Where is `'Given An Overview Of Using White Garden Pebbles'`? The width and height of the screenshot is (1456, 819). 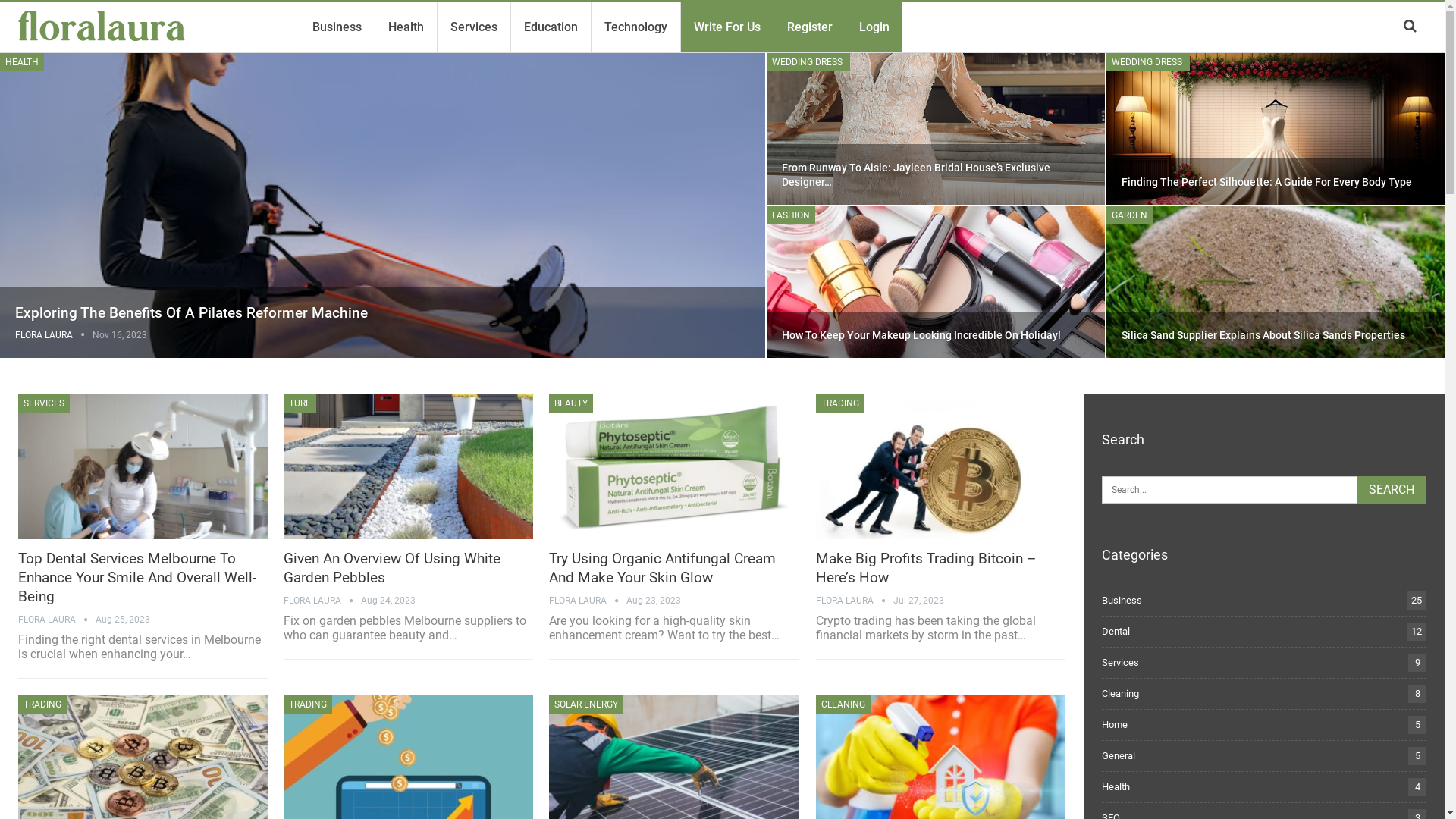 'Given An Overview Of Using White Garden Pebbles' is located at coordinates (392, 567).